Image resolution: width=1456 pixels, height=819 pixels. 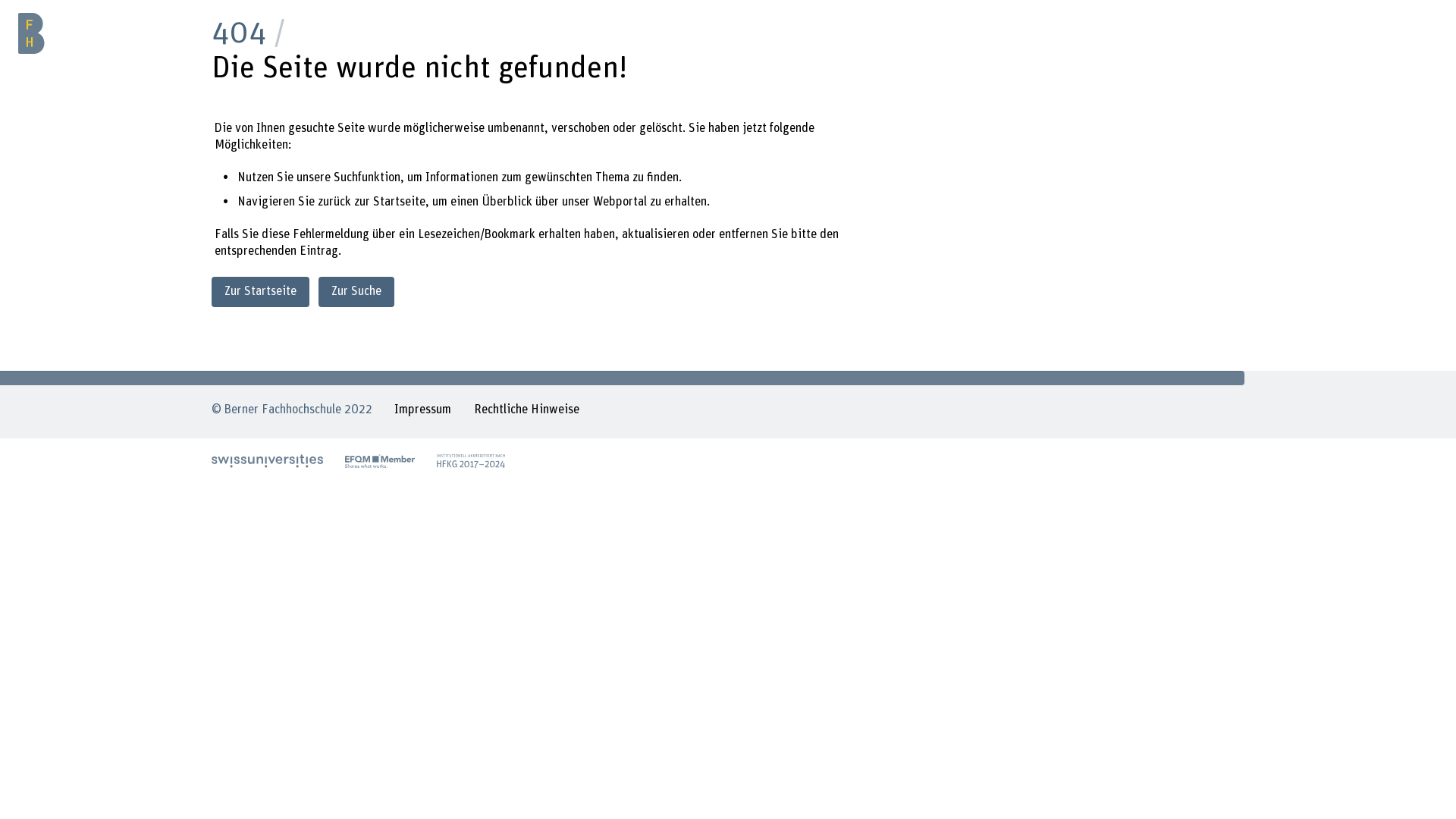 What do you see at coordinates (267, 460) in the screenshot?
I see `'swissuniversities'` at bounding box center [267, 460].